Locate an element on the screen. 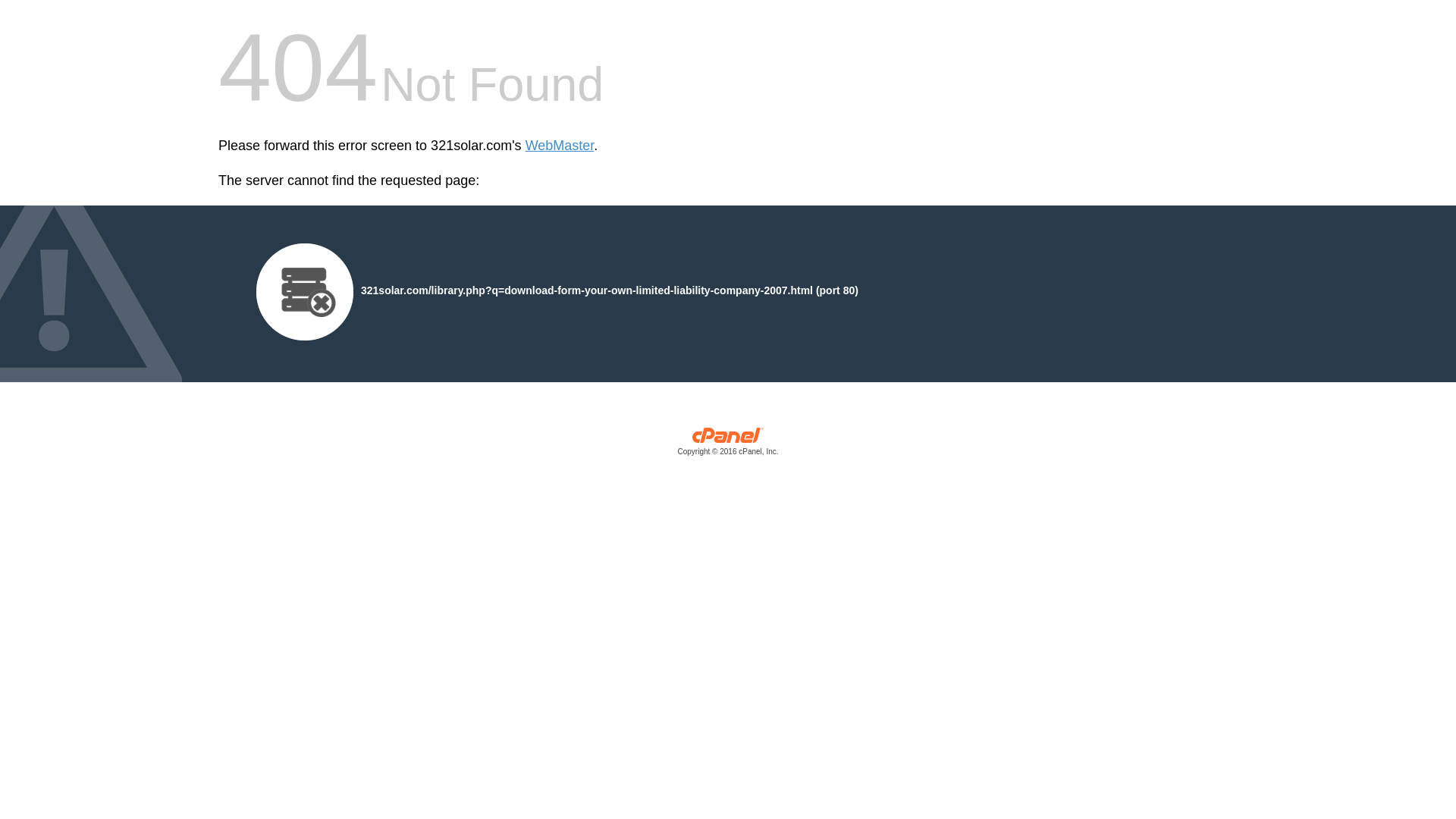 Image resolution: width=1456 pixels, height=819 pixels. 'WebMaster' is located at coordinates (525, 146).